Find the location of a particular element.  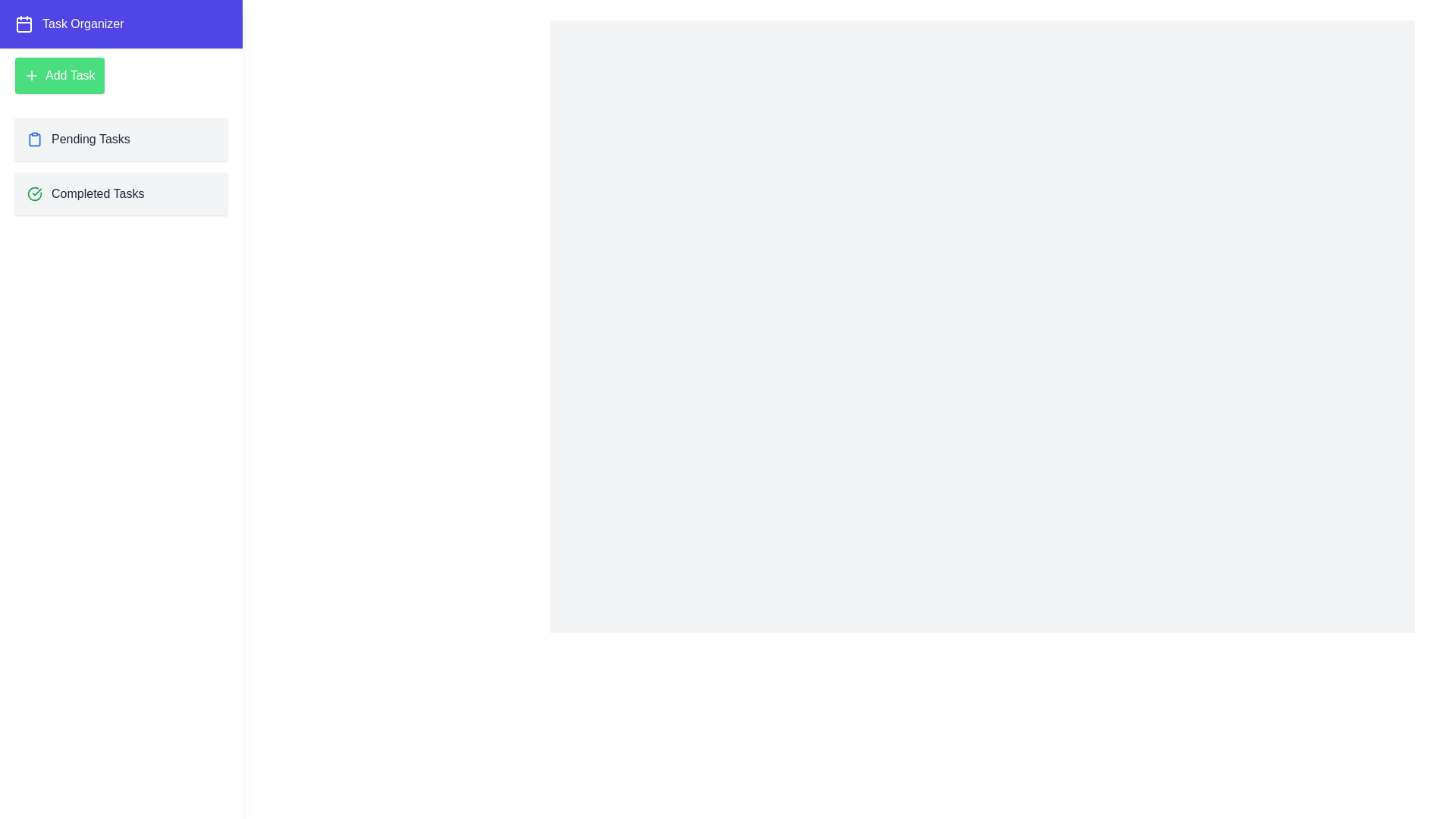

toggle button to toggle the drawer visibility is located at coordinates (33, 33).